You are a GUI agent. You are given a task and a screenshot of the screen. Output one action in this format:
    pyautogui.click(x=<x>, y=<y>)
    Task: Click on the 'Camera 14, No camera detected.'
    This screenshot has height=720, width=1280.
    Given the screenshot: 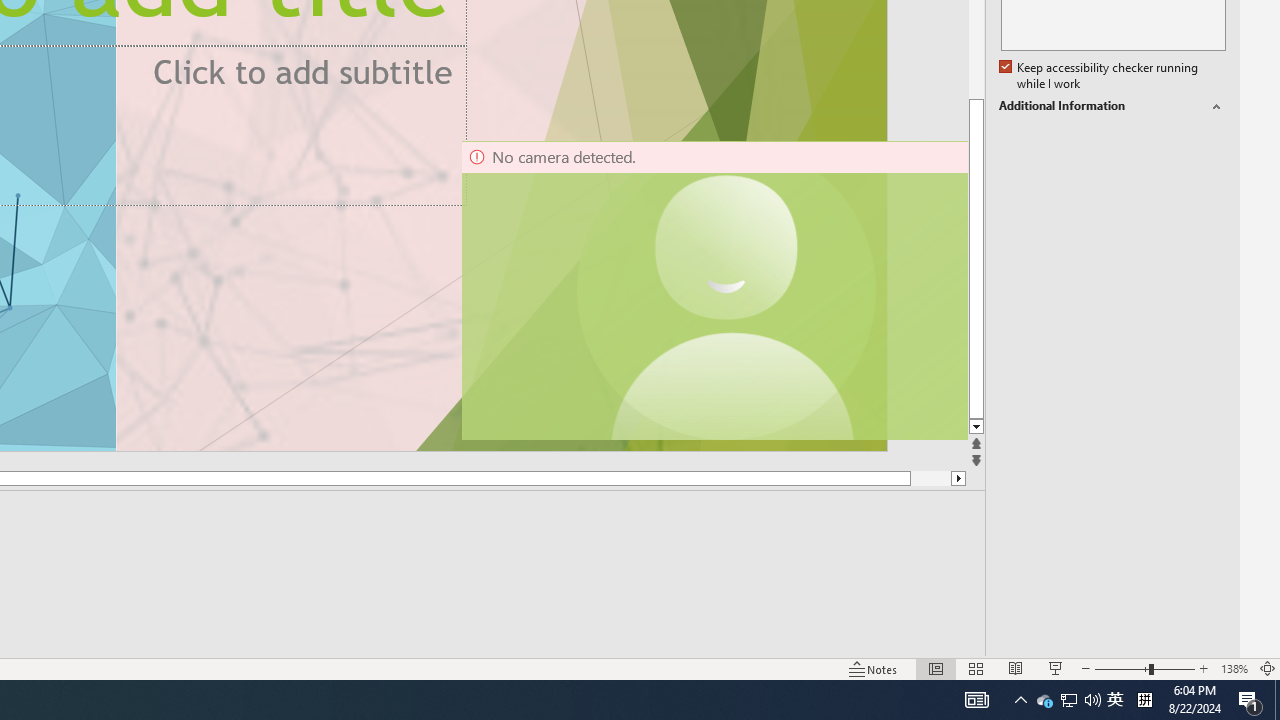 What is the action you would take?
    pyautogui.click(x=713, y=290)
    